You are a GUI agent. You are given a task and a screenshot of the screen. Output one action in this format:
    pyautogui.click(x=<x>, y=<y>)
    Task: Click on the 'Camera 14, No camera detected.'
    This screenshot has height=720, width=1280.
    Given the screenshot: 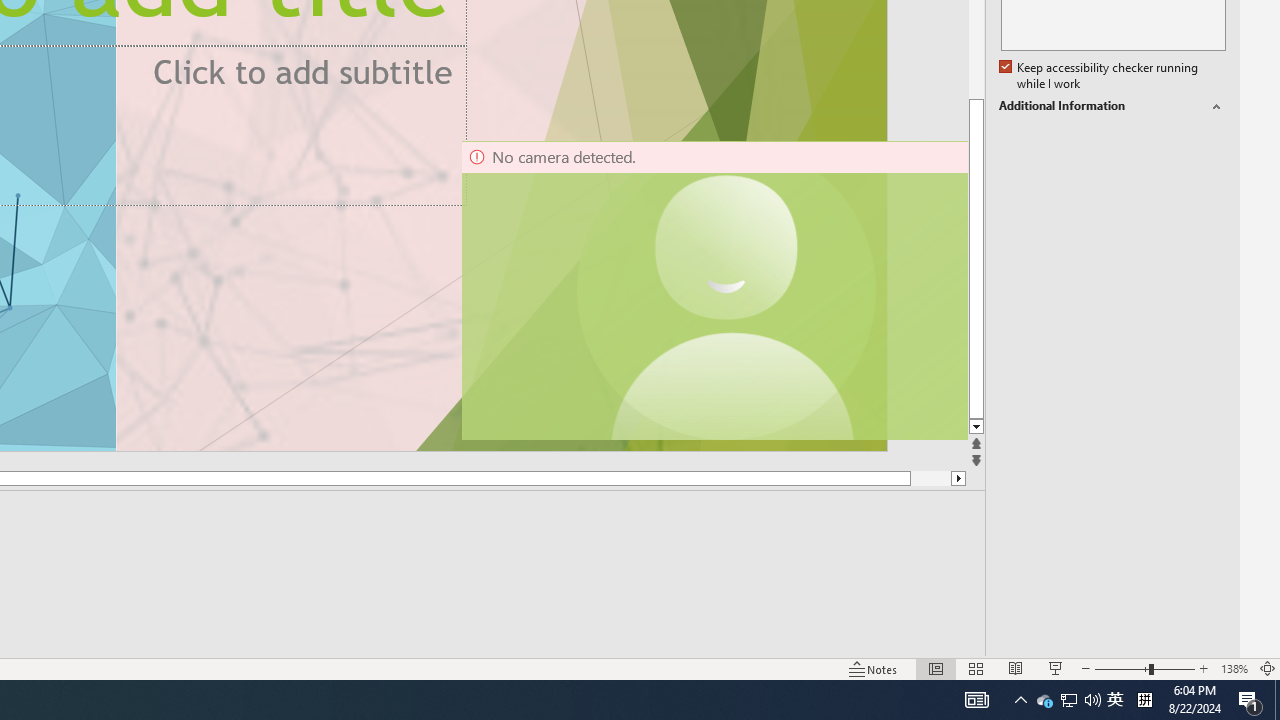 What is the action you would take?
    pyautogui.click(x=713, y=290)
    